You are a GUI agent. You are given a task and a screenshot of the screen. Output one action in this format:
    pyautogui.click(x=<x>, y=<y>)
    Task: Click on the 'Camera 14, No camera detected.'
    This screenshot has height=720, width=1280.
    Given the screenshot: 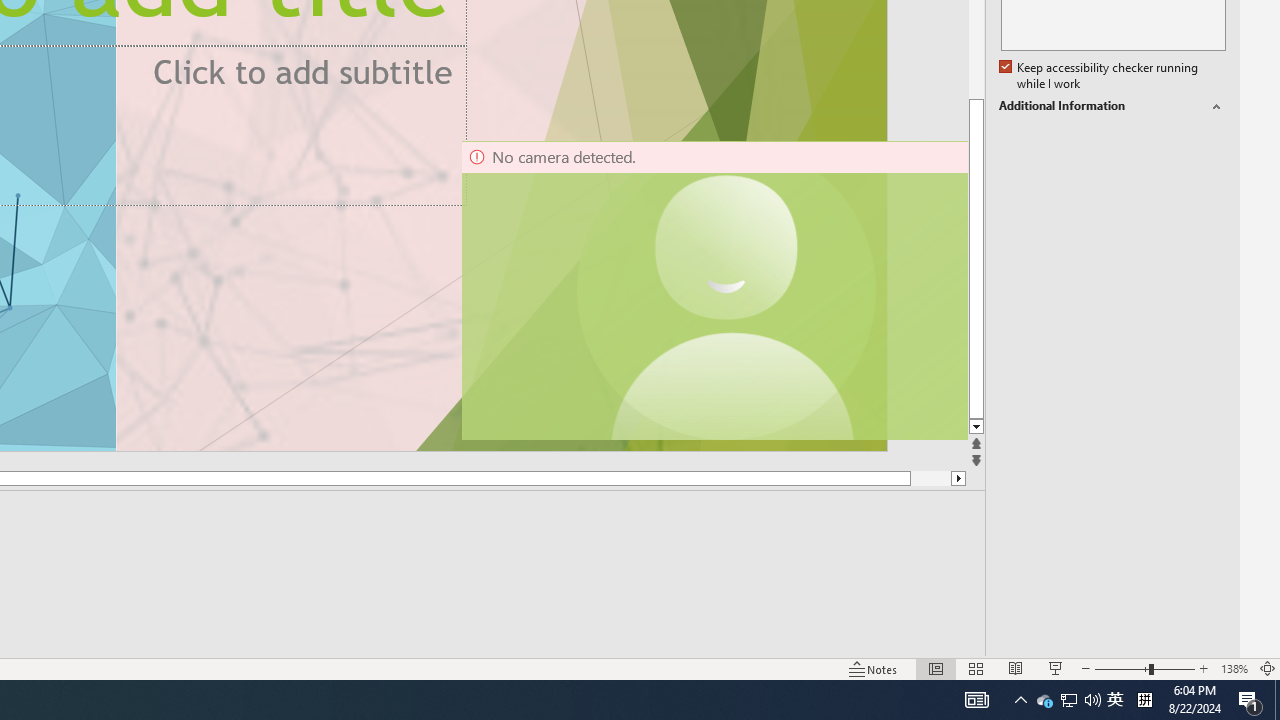 What is the action you would take?
    pyautogui.click(x=713, y=290)
    